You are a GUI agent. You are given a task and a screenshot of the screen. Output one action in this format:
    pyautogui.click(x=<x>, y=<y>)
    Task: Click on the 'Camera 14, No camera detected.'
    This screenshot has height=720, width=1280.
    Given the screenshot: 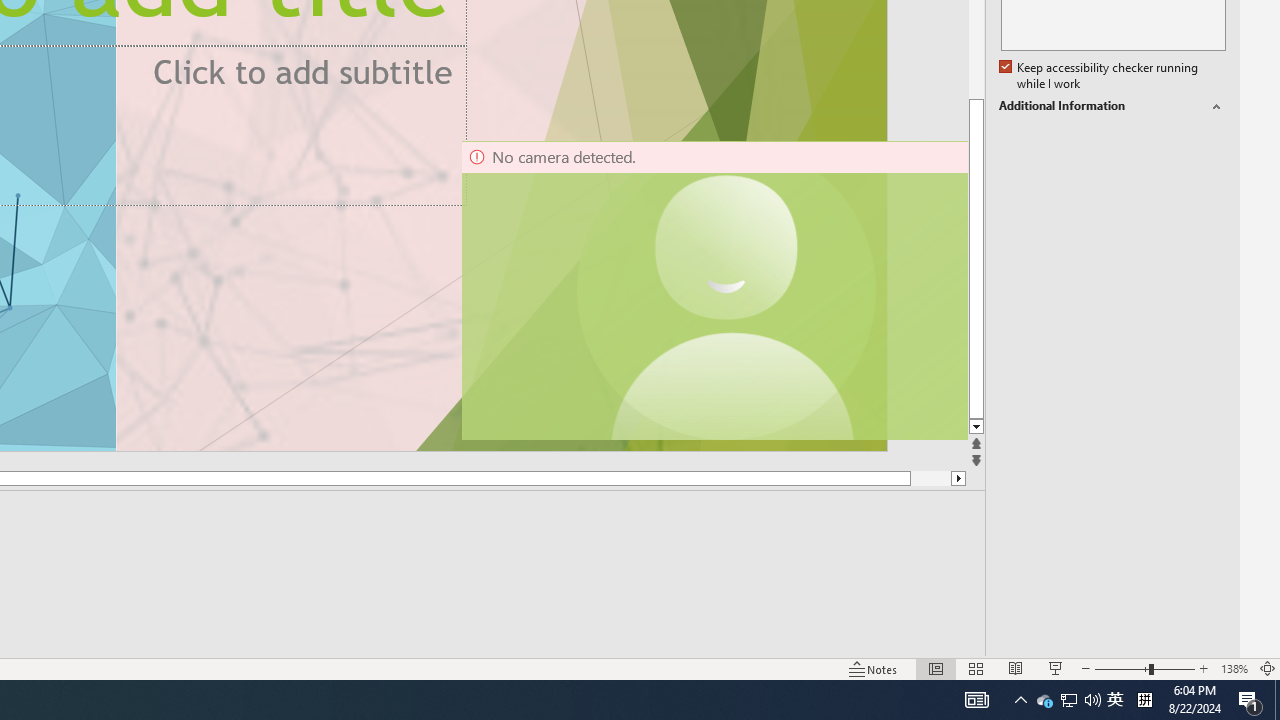 What is the action you would take?
    pyautogui.click(x=713, y=290)
    